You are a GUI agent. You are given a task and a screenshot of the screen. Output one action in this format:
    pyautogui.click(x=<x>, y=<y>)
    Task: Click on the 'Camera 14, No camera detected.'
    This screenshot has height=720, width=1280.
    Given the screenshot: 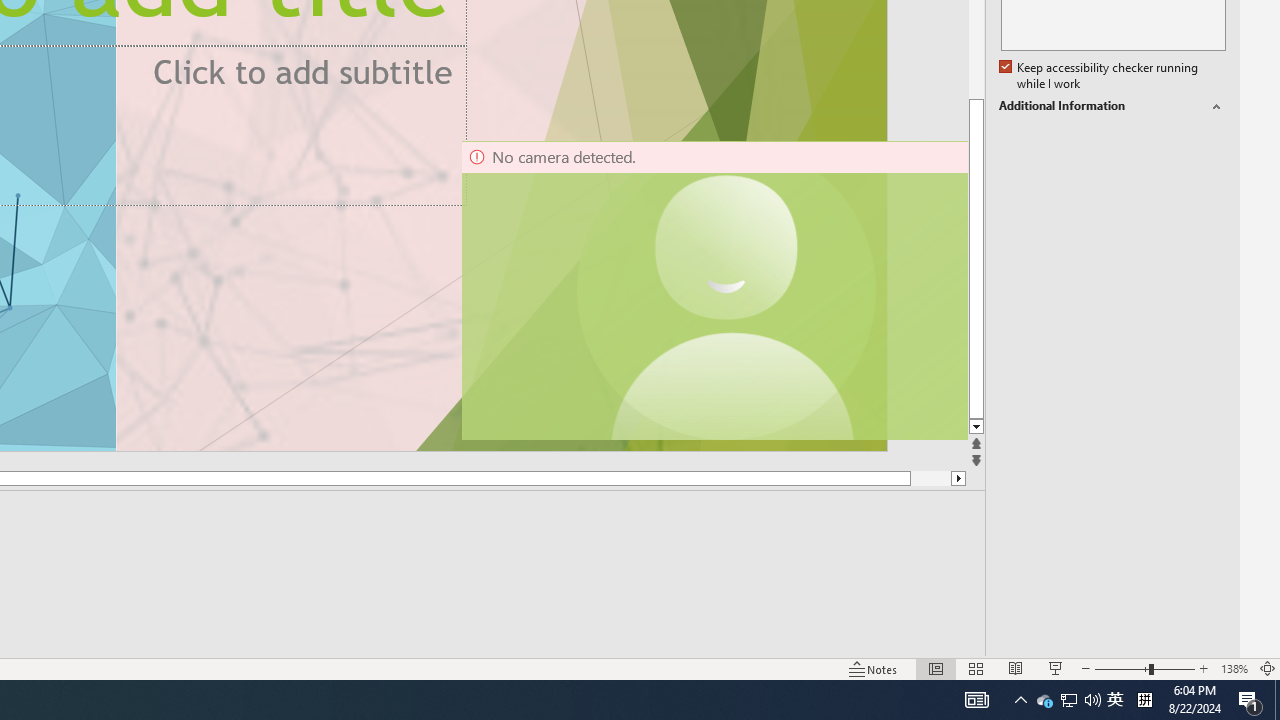 What is the action you would take?
    pyautogui.click(x=713, y=290)
    